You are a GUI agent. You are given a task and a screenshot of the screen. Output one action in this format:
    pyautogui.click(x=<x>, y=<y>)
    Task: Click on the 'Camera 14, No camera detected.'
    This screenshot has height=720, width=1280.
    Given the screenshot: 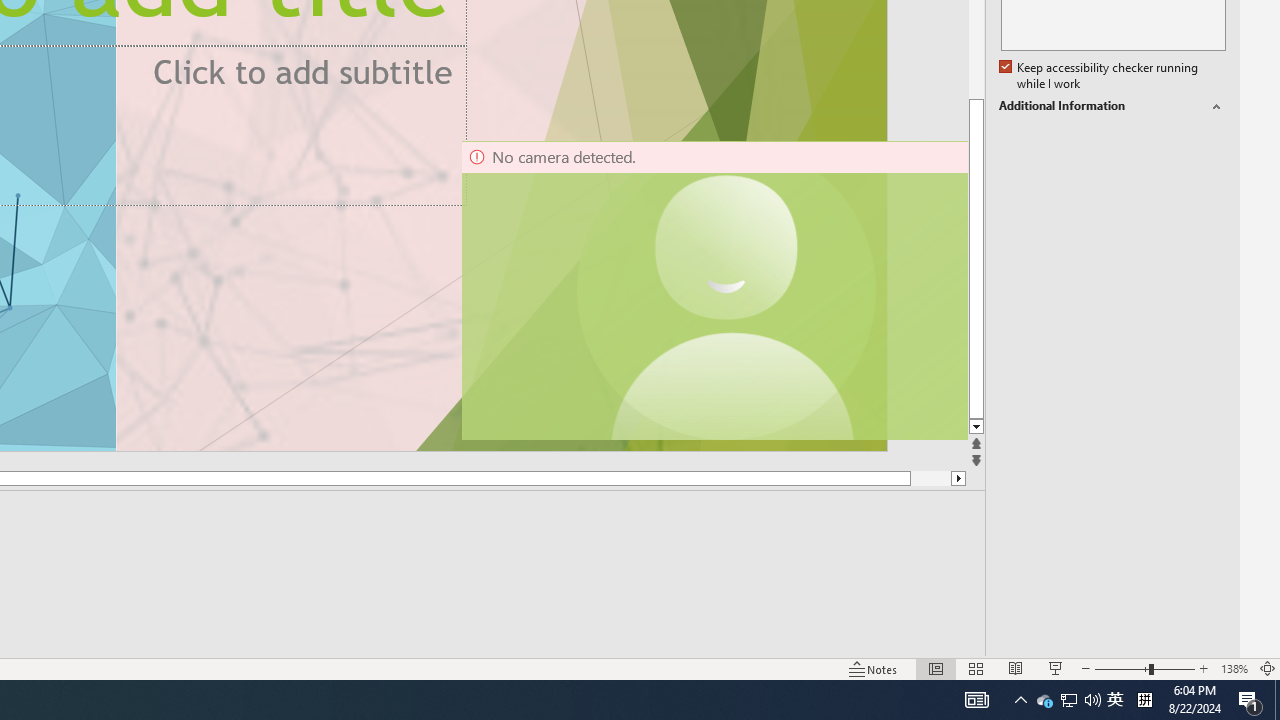 What is the action you would take?
    pyautogui.click(x=713, y=290)
    